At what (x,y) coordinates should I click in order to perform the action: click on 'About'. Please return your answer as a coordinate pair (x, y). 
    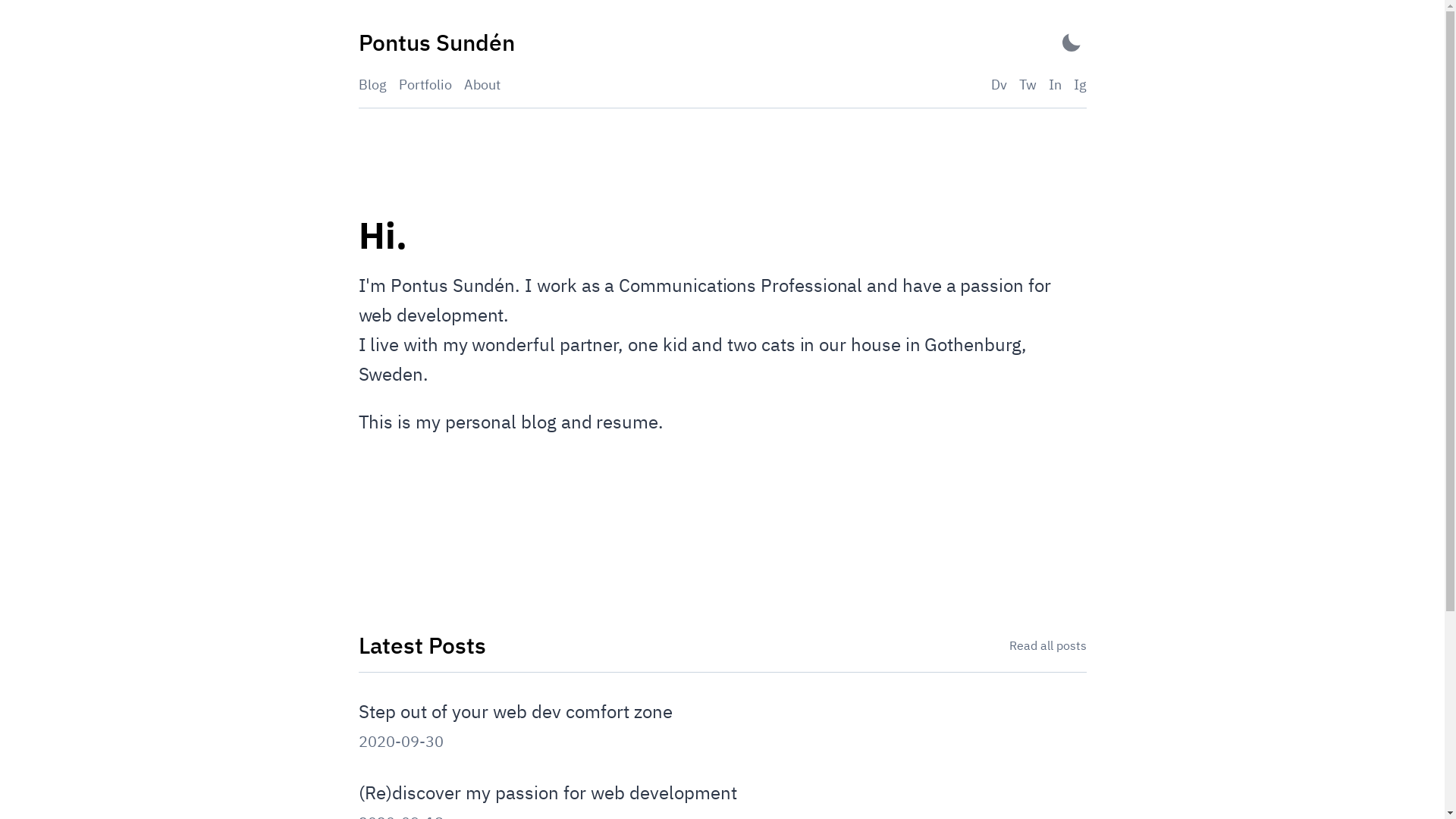
    Looking at the image, I should click on (481, 84).